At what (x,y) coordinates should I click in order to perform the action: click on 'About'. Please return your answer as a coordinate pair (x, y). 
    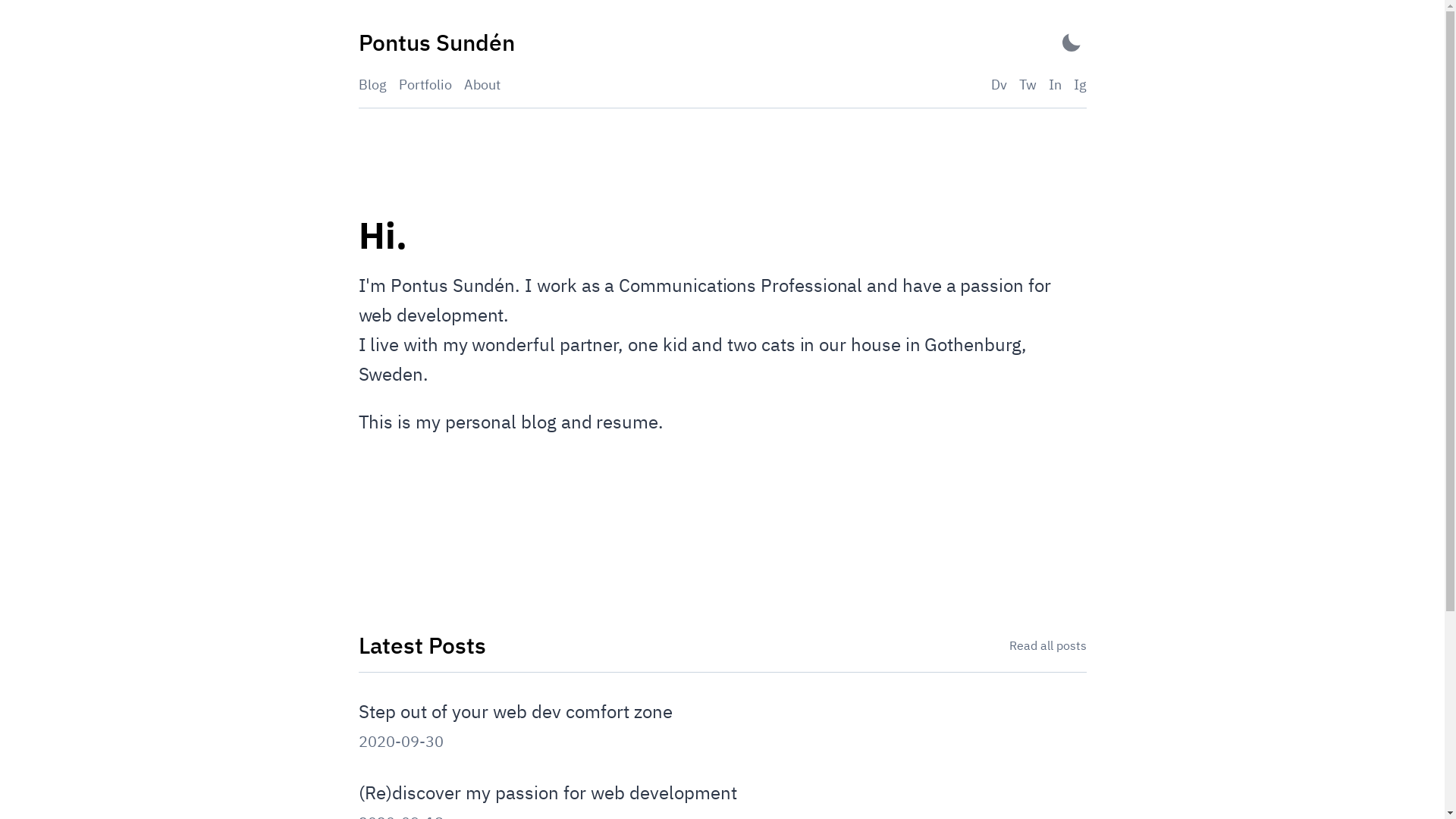
    Looking at the image, I should click on (481, 84).